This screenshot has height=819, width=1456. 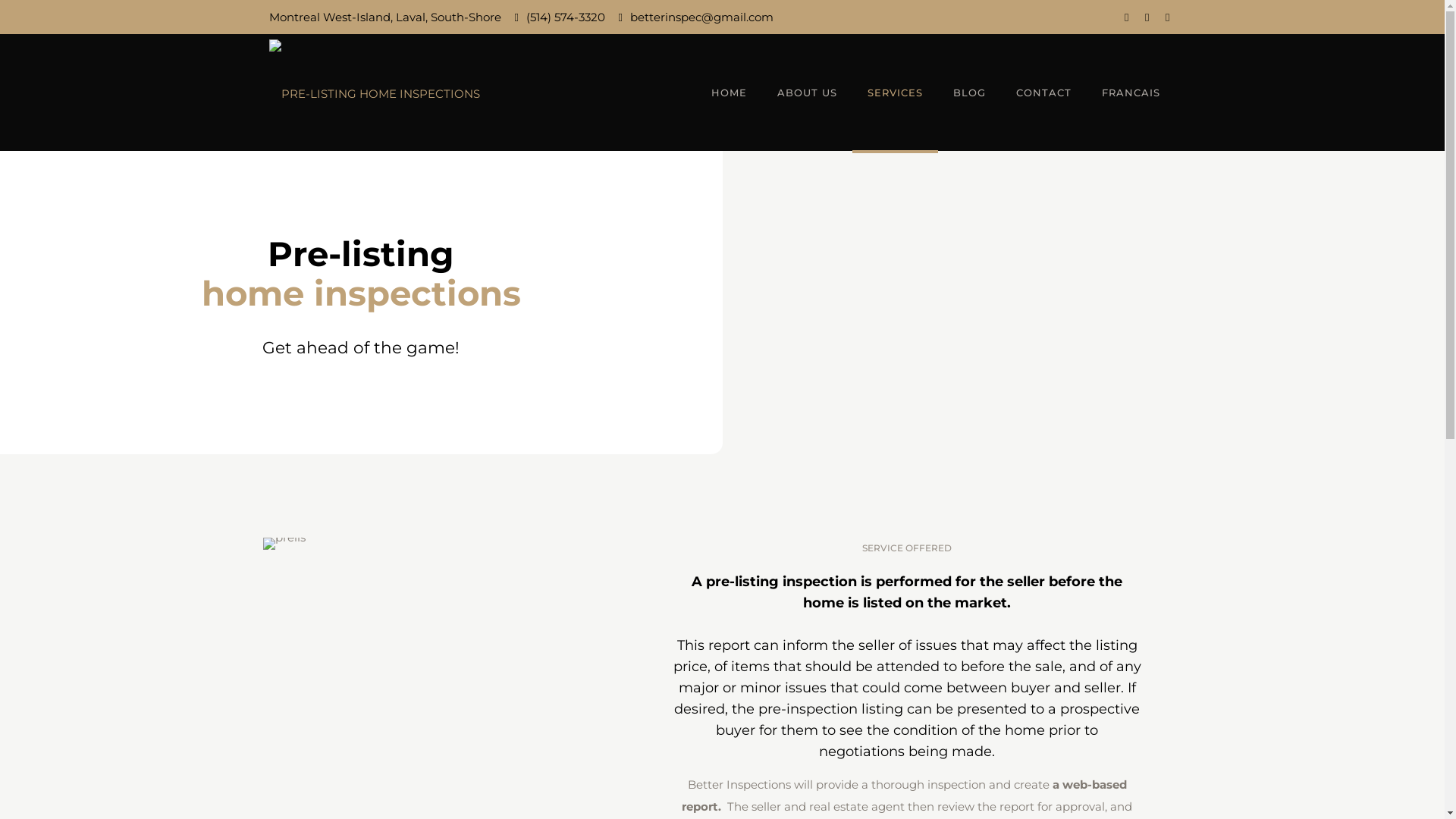 I want to click on 'ABOUT US', so click(x=761, y=92).